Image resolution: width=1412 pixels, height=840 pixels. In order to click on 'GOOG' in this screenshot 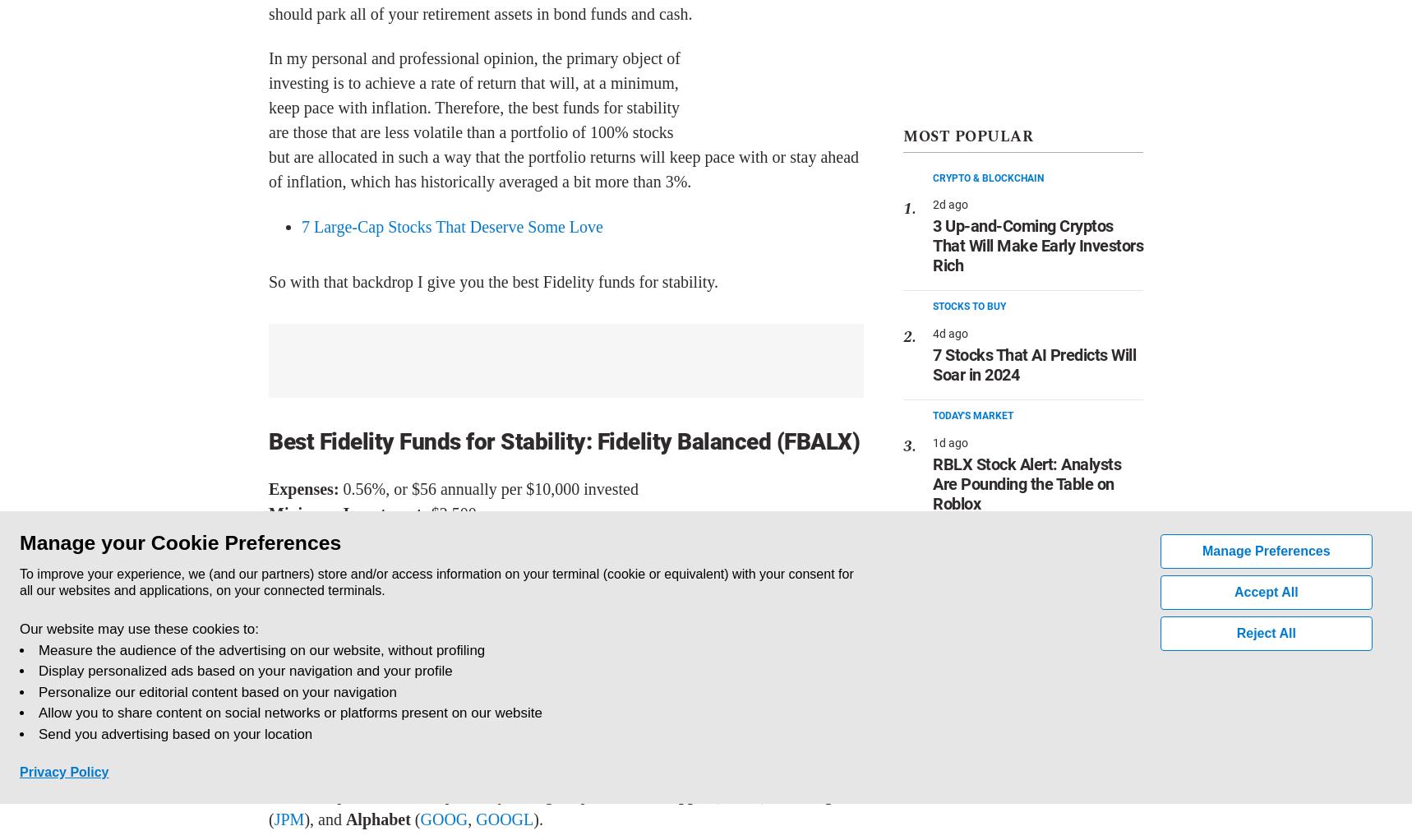, I will do `click(419, 819)`.